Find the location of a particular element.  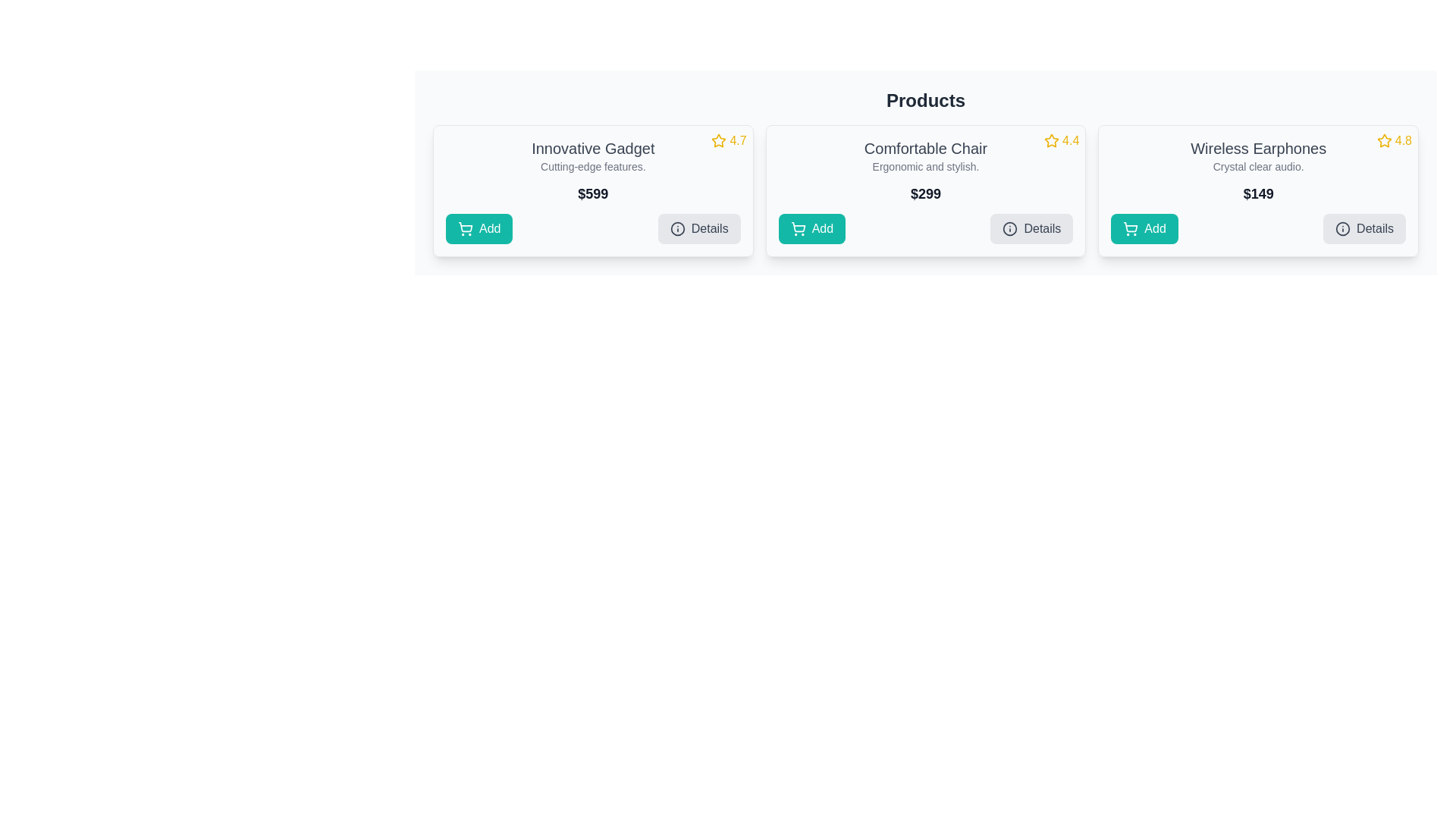

the text label displaying 'Wireless Earphones' located at the top of the rightmost product card, which is styled in bold and positioned above the descriptive text 'Crystal clear audio.' and below the rating icon '4.8' is located at coordinates (1258, 149).